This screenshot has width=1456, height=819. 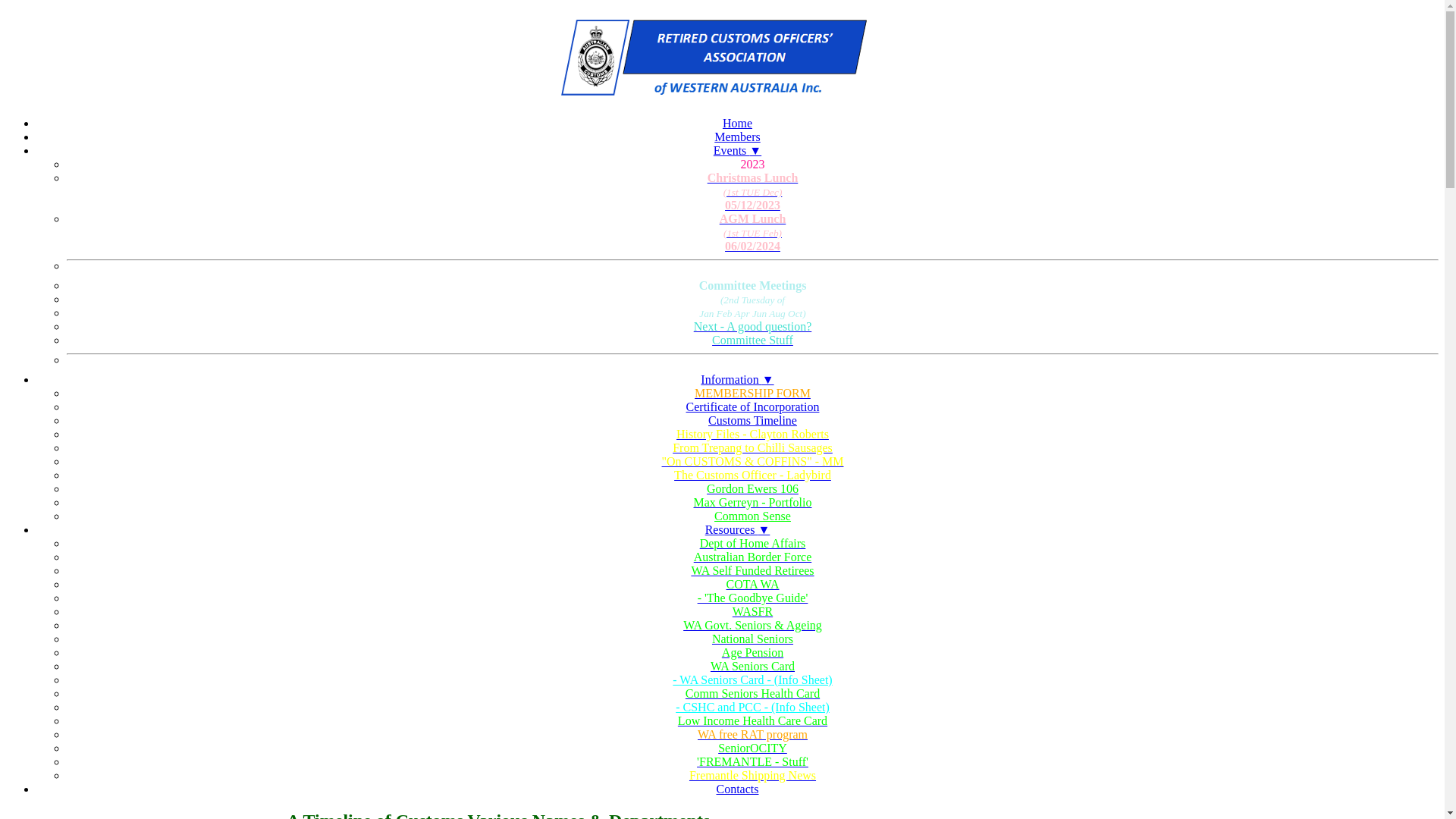 What do you see at coordinates (752, 420) in the screenshot?
I see `'Customs Timeline'` at bounding box center [752, 420].